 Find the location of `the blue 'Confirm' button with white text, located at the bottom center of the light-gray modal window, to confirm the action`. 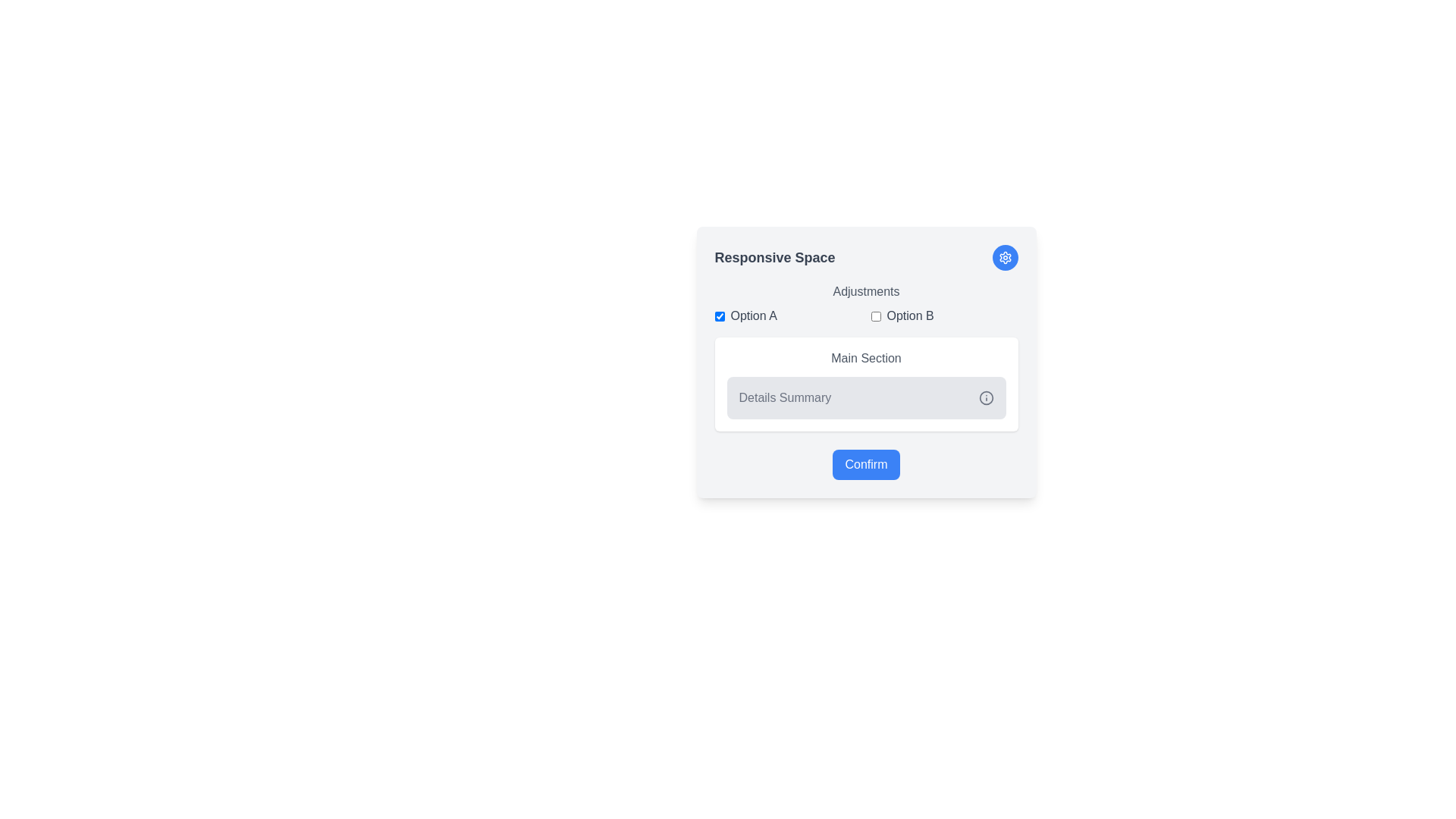

the blue 'Confirm' button with white text, located at the bottom center of the light-gray modal window, to confirm the action is located at coordinates (866, 464).